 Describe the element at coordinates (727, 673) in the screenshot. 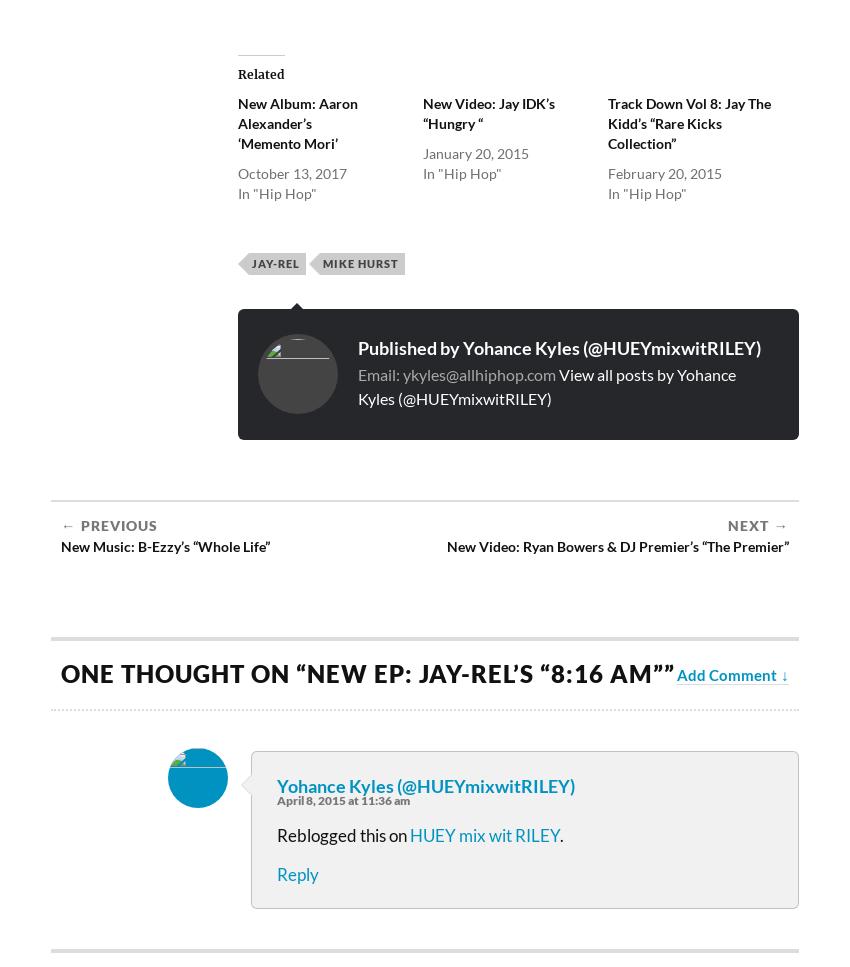

I see `'Add Comment'` at that location.